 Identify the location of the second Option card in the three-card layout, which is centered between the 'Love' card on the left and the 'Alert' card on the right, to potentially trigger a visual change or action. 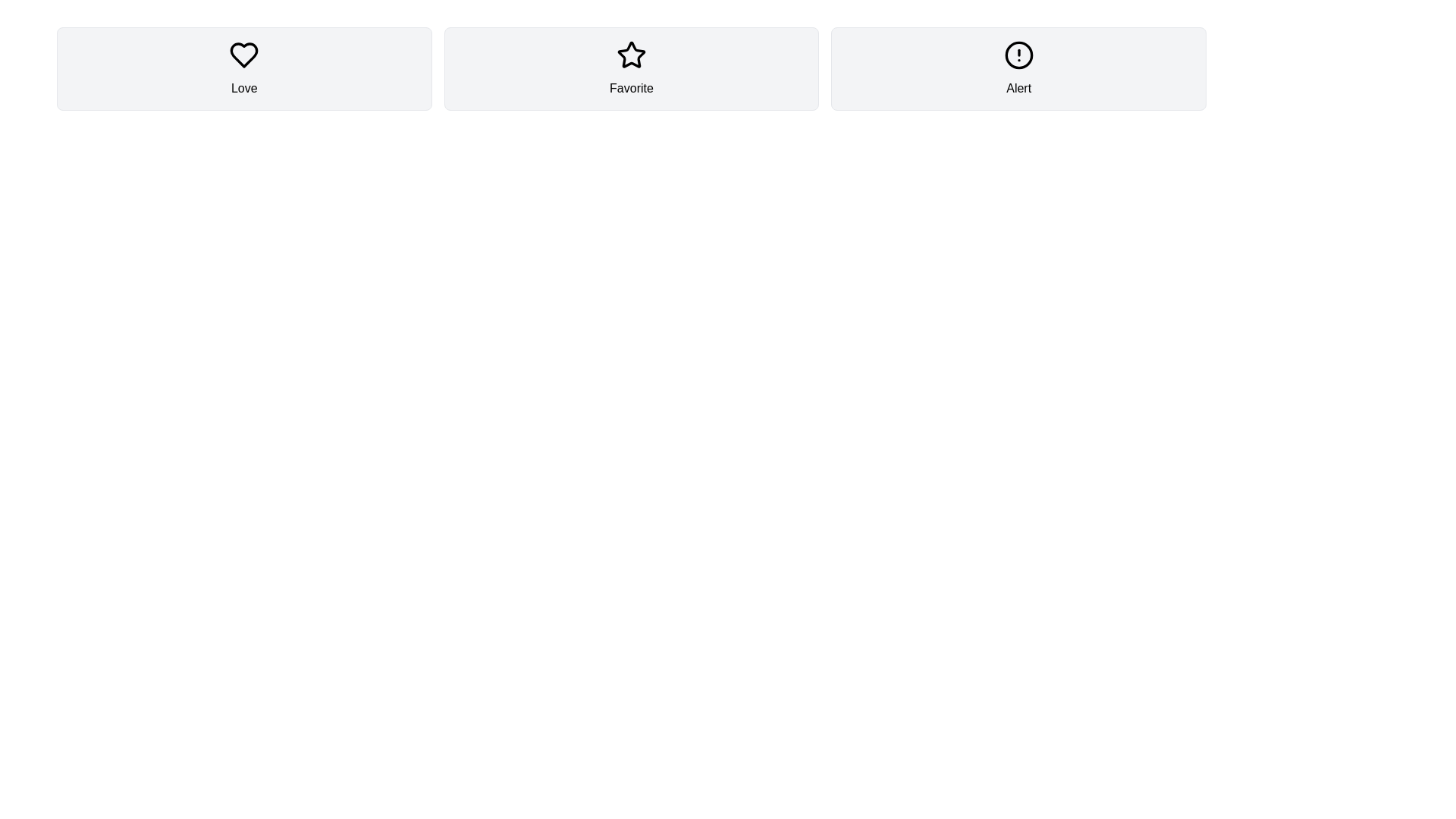
(631, 69).